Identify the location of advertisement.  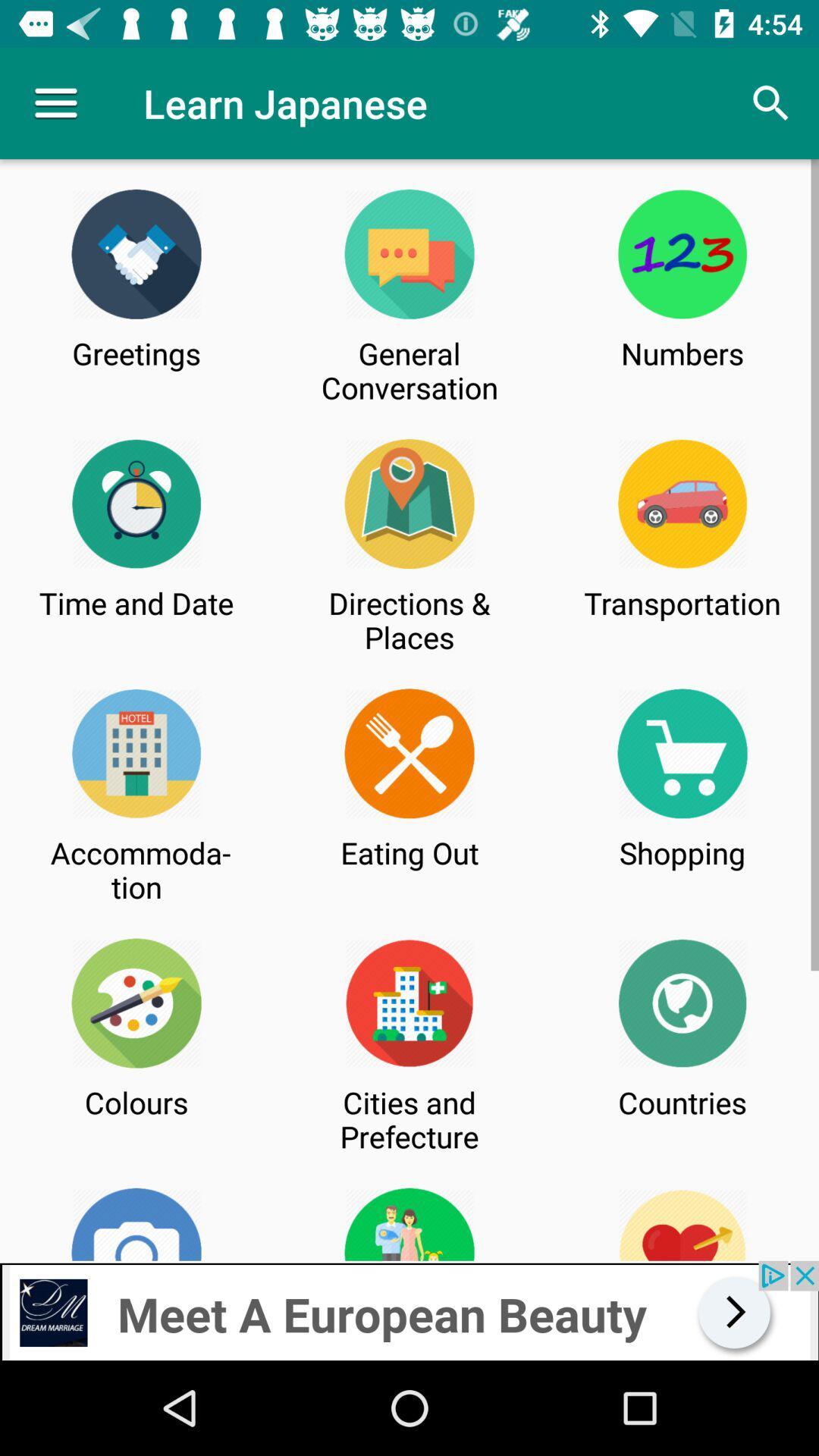
(409, 1310).